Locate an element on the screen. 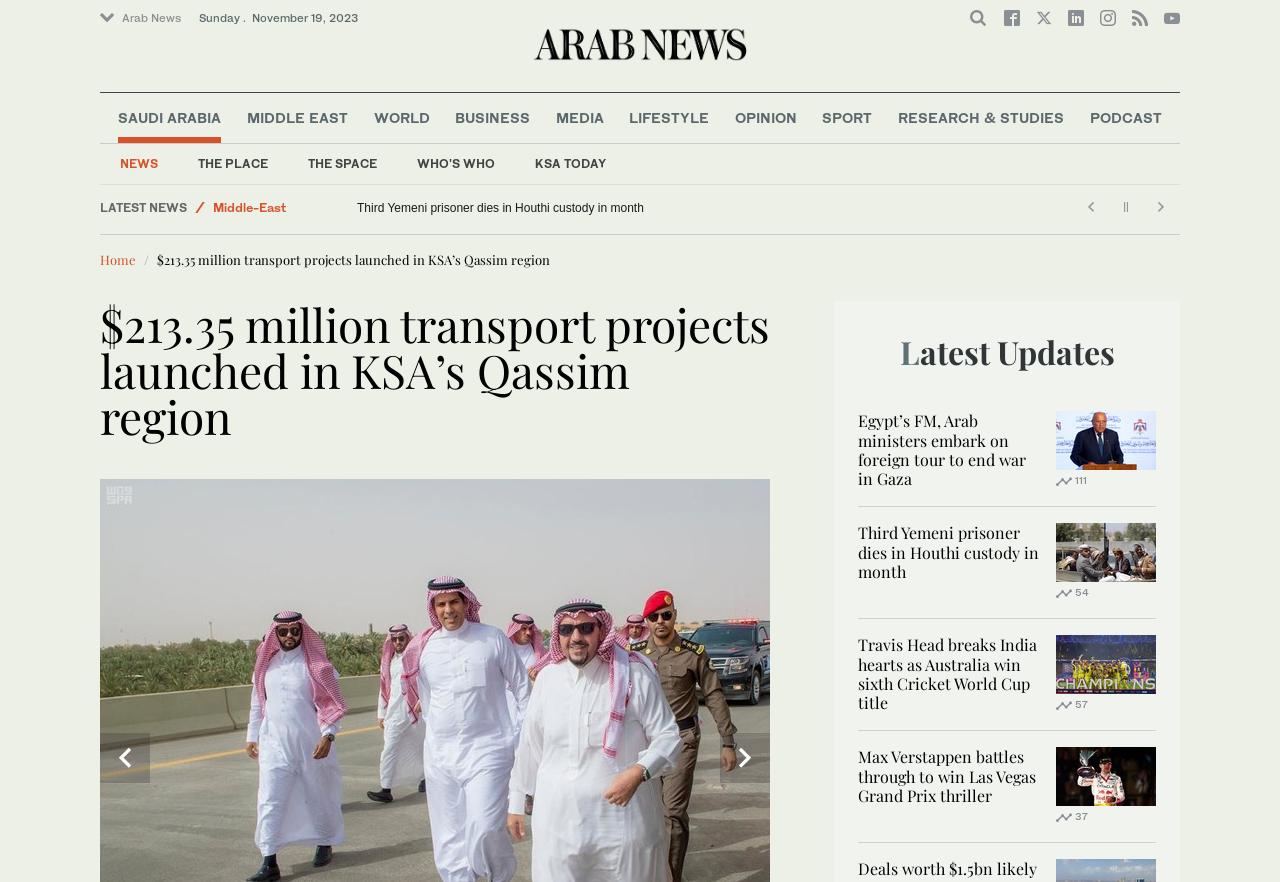 This screenshot has height=882, width=1280. 'Arab News FR' is located at coordinates (165, 114).